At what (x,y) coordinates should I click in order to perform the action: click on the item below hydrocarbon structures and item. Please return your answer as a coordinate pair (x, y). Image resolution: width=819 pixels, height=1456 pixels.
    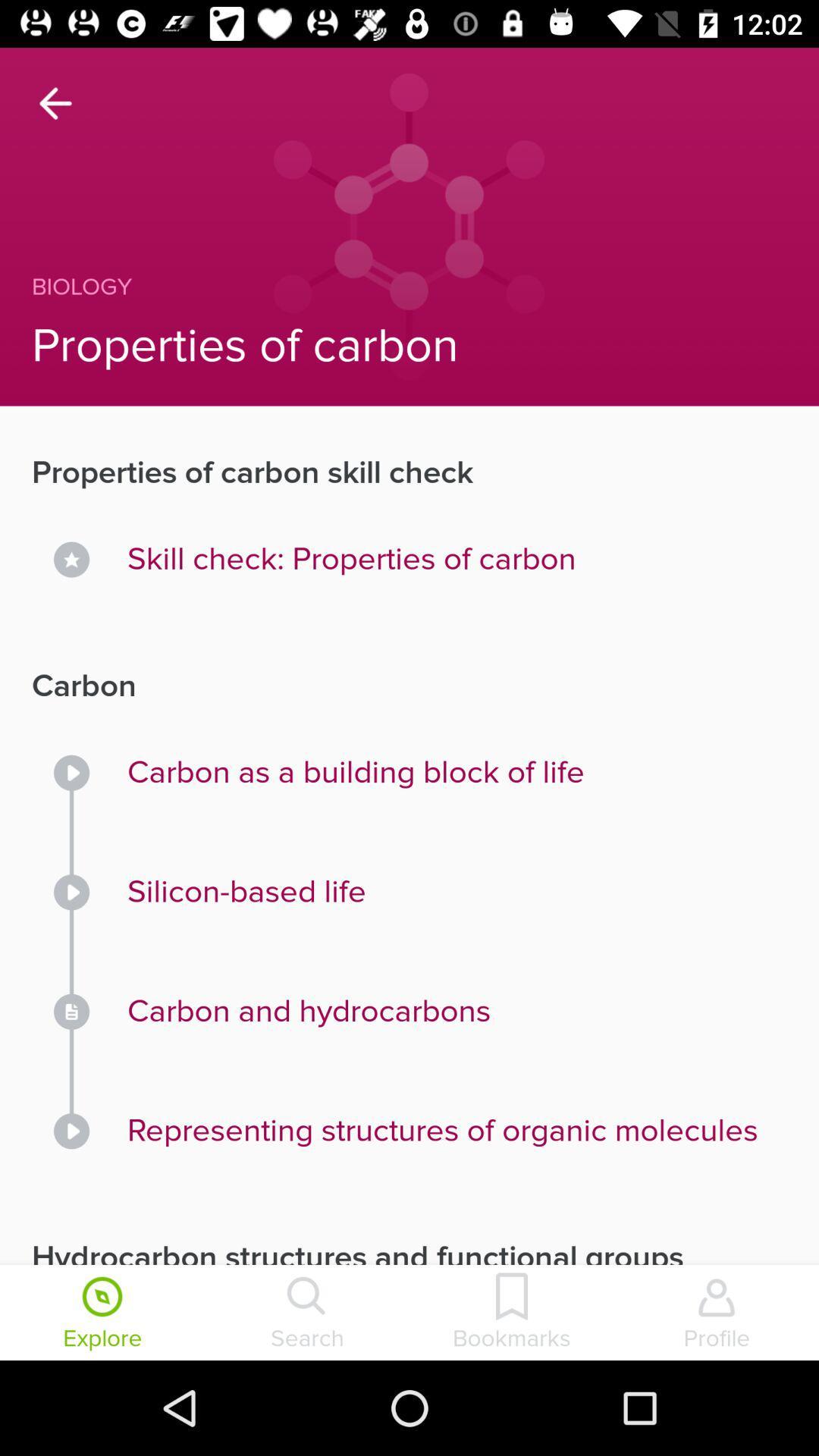
    Looking at the image, I should click on (102, 1313).